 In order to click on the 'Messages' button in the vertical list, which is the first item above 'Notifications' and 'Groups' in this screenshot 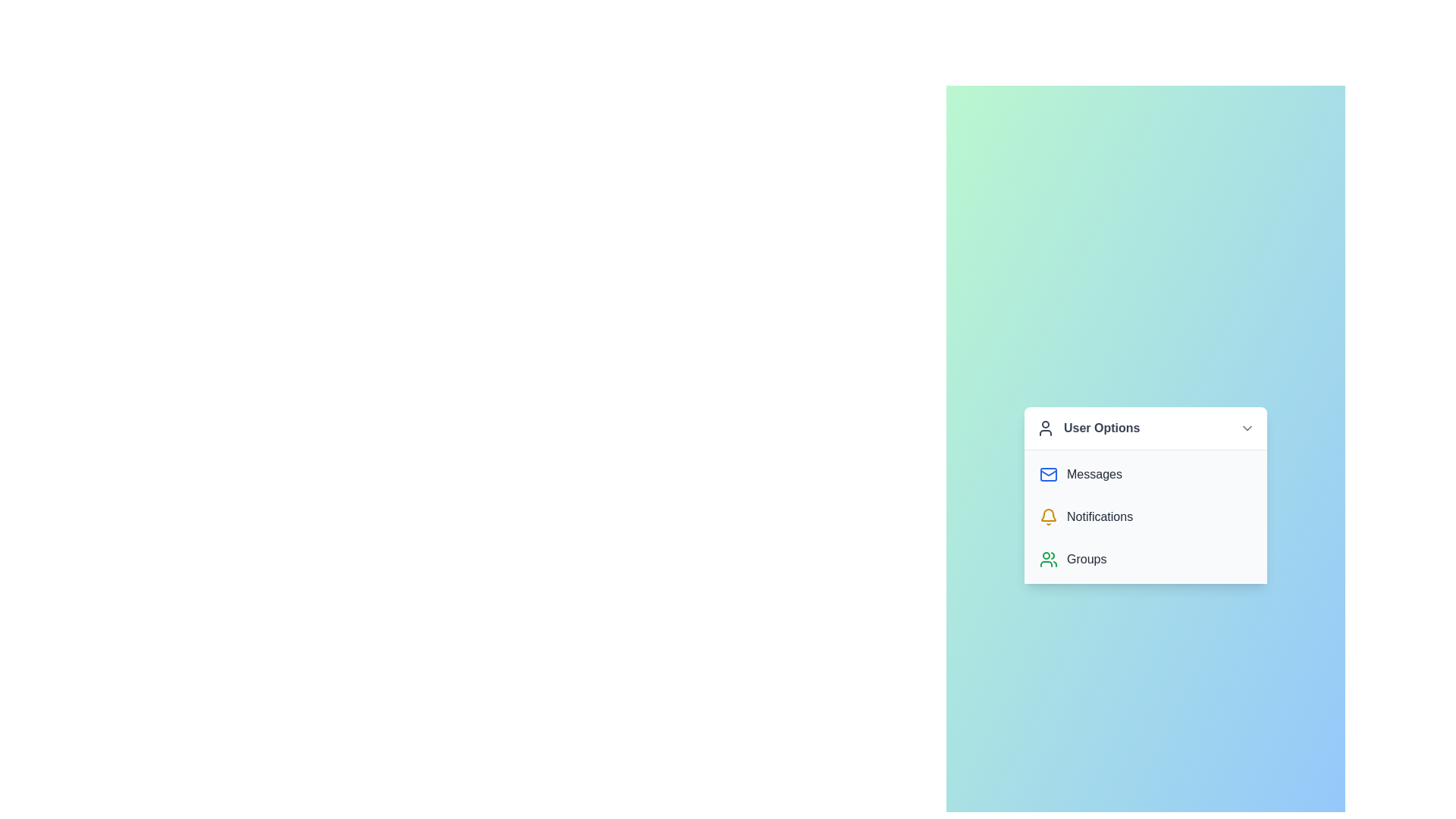, I will do `click(1146, 472)`.